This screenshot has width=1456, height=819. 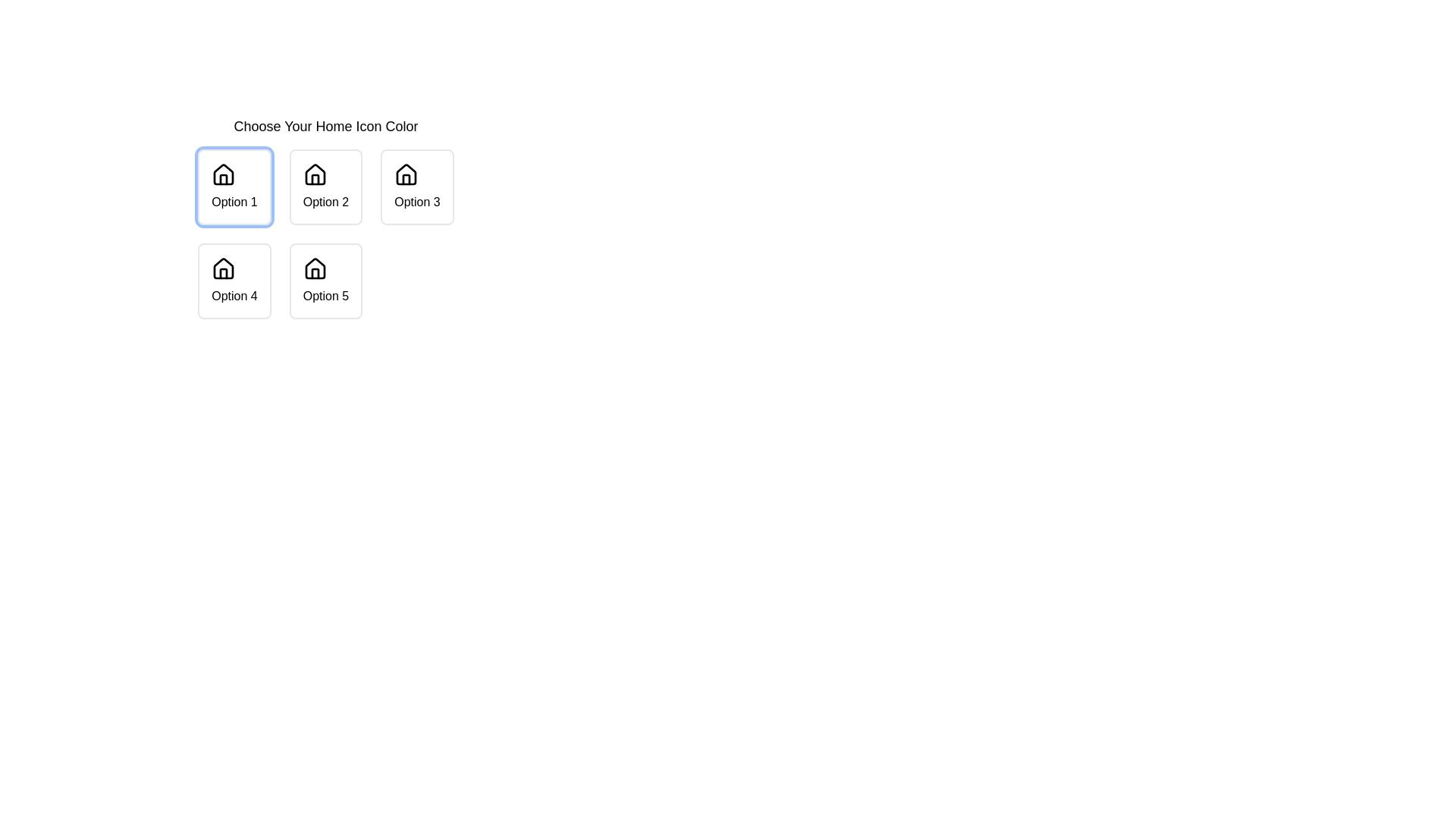 I want to click on the door element of the house icon in Option 2, so click(x=314, y=178).